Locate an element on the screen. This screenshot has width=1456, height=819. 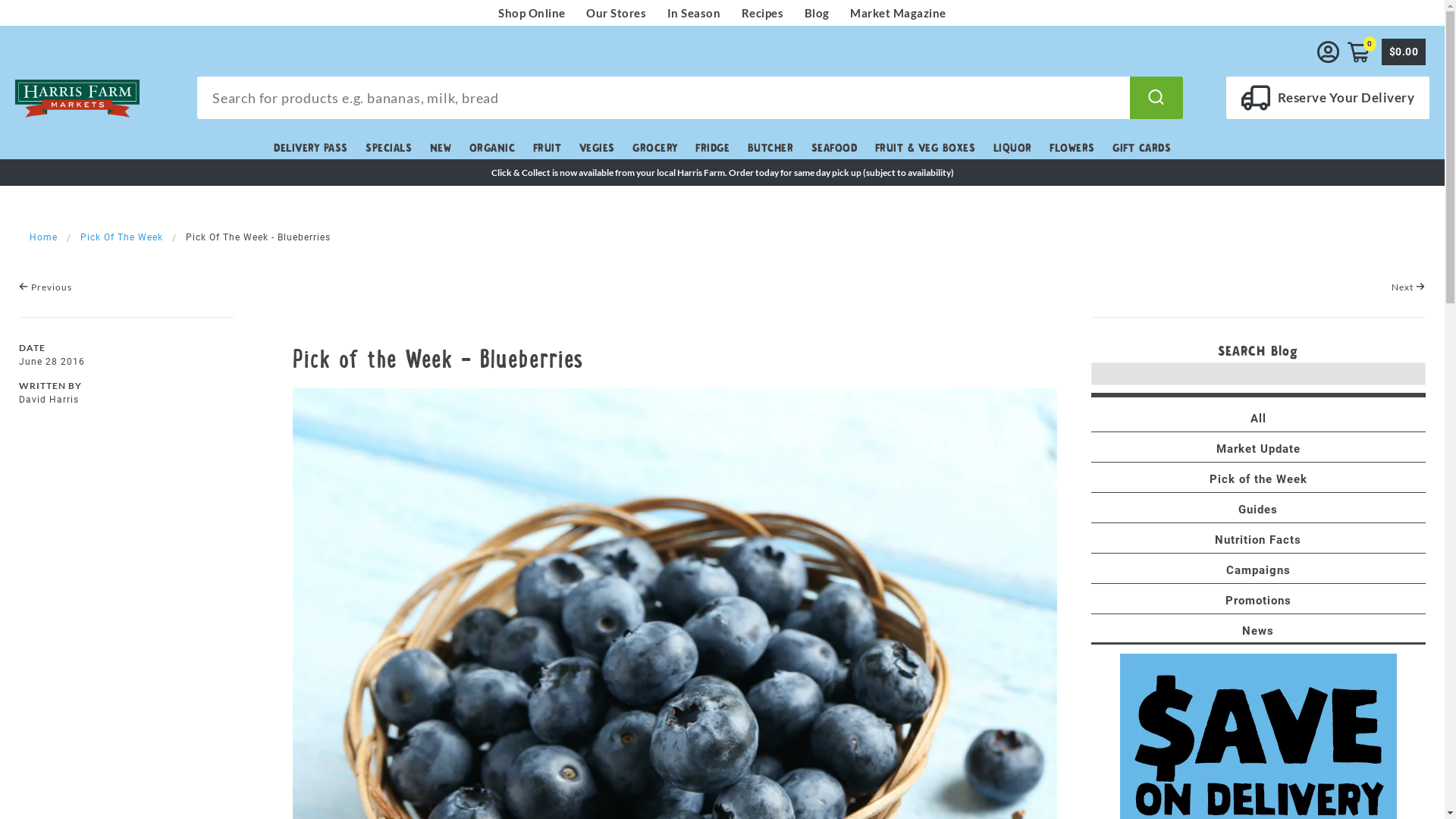
'DELIVERY PASS' is located at coordinates (265, 148).